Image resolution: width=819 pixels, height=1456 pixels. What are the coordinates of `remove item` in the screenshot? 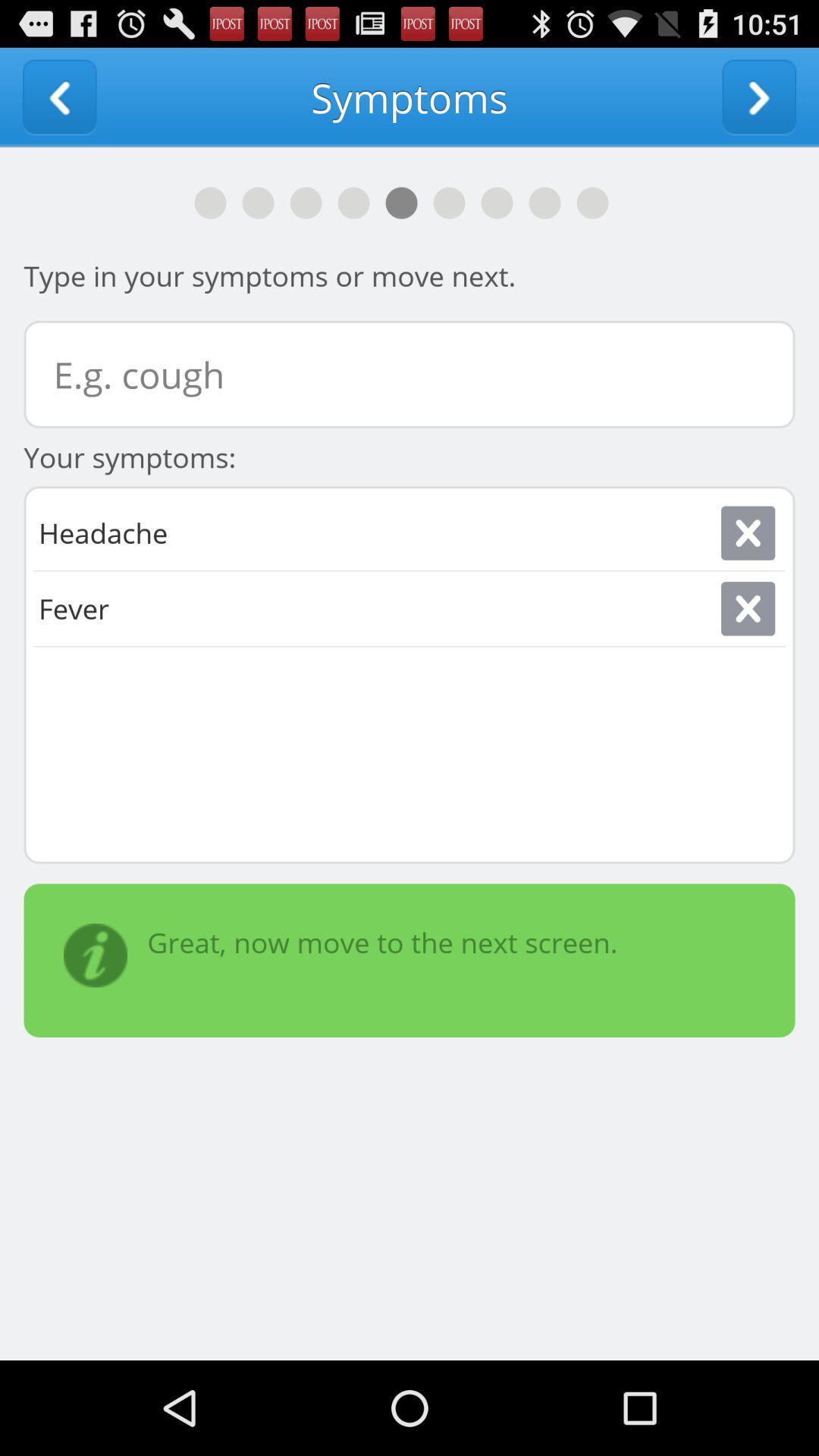 It's located at (747, 608).